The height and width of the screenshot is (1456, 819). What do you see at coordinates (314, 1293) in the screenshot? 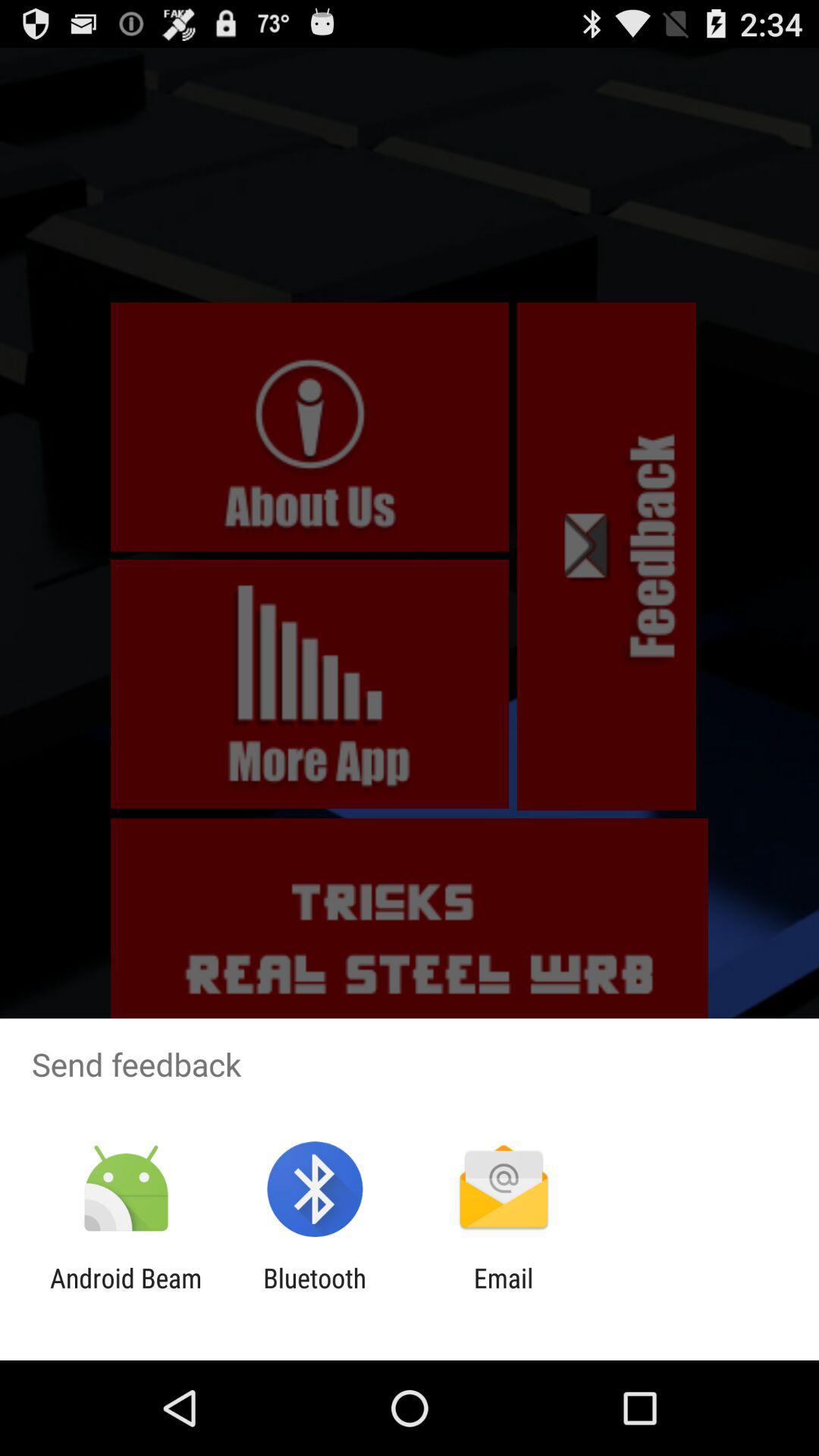
I see `the bluetooth item` at bounding box center [314, 1293].